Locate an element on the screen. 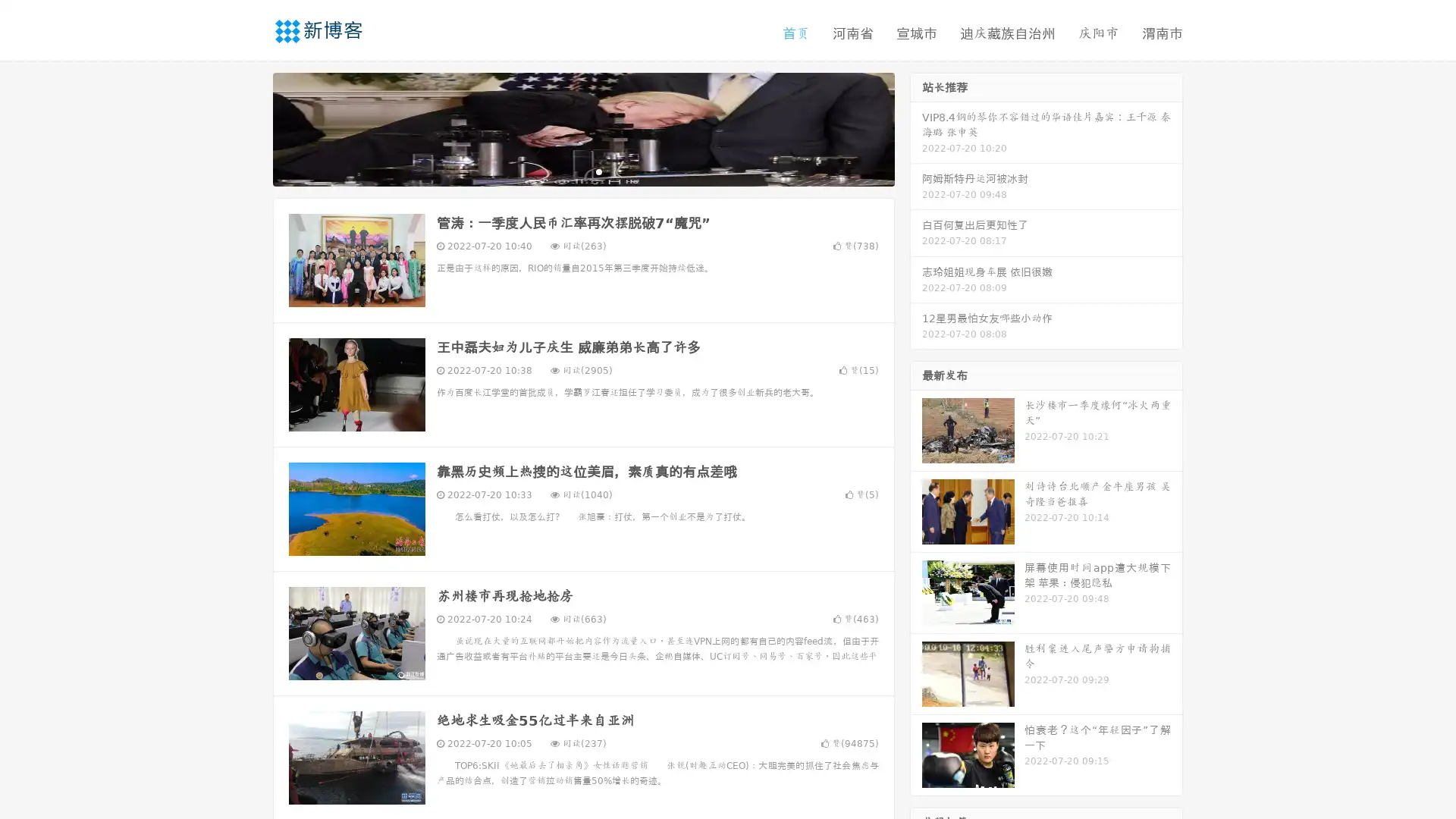  Next slide is located at coordinates (916, 127).